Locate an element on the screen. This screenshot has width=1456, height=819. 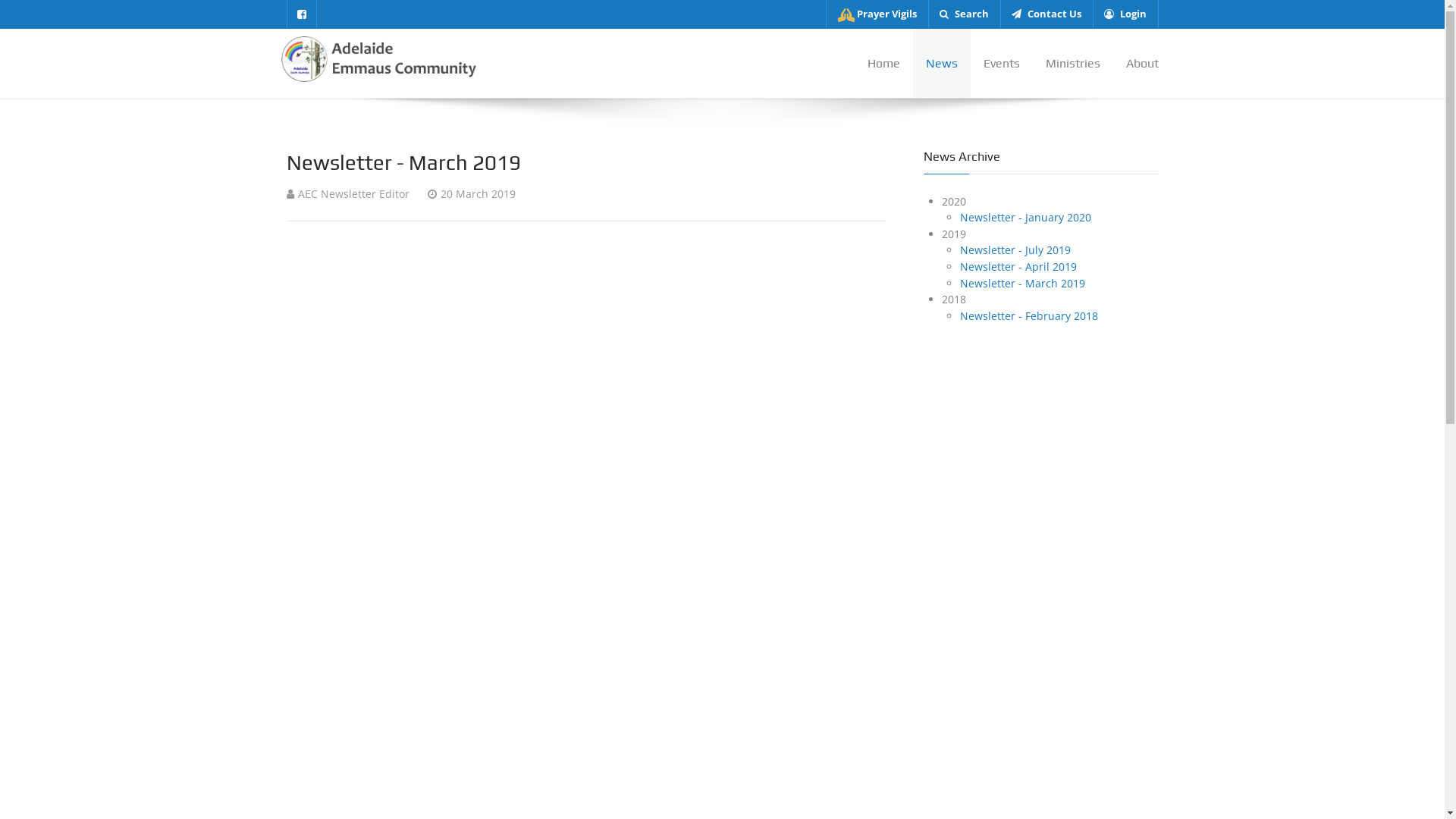
'Newsletter - January 2020' is located at coordinates (959, 217).